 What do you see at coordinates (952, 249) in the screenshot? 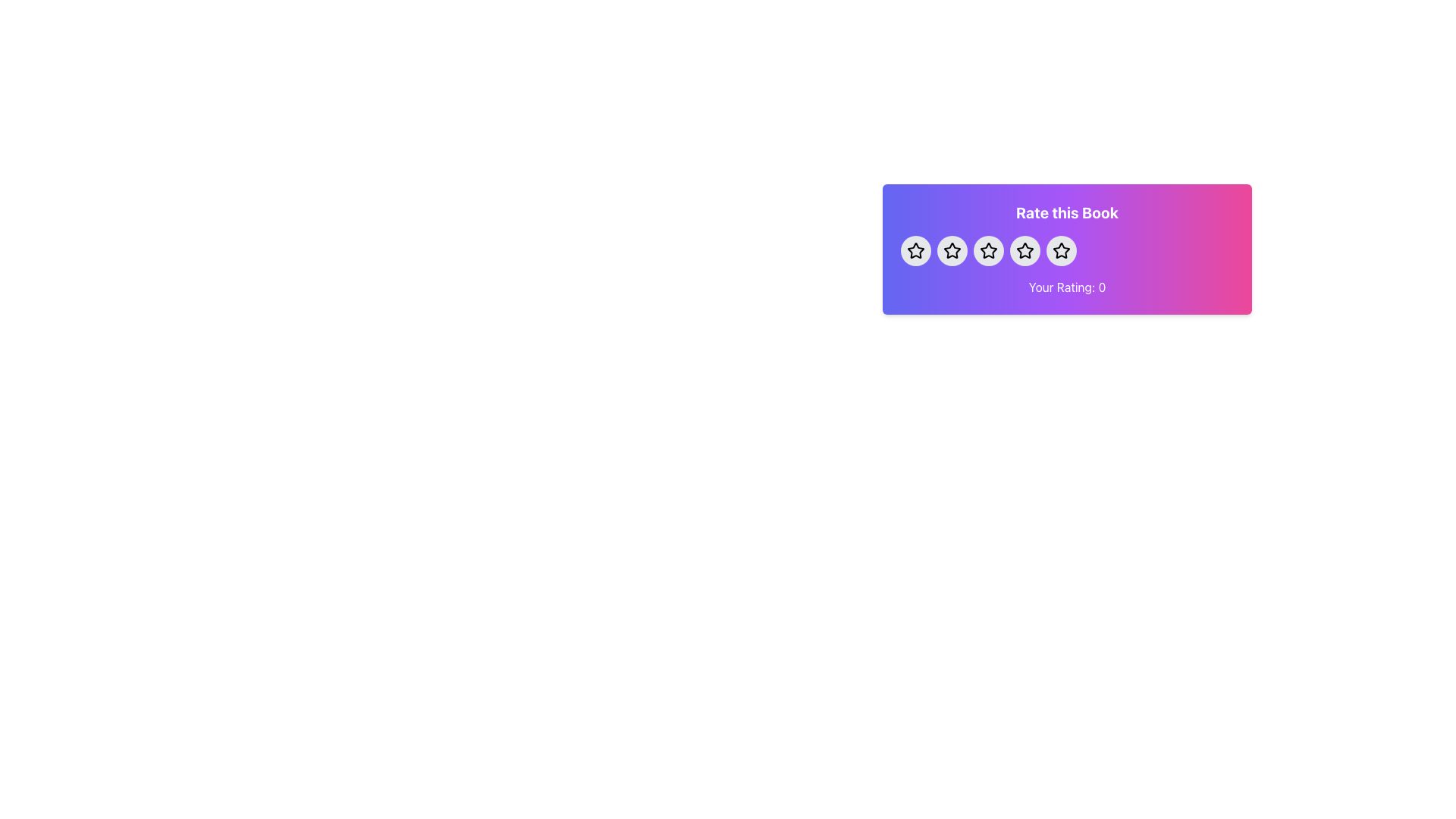
I see `the second star icon in the rating control to assign a rating to an item` at bounding box center [952, 249].